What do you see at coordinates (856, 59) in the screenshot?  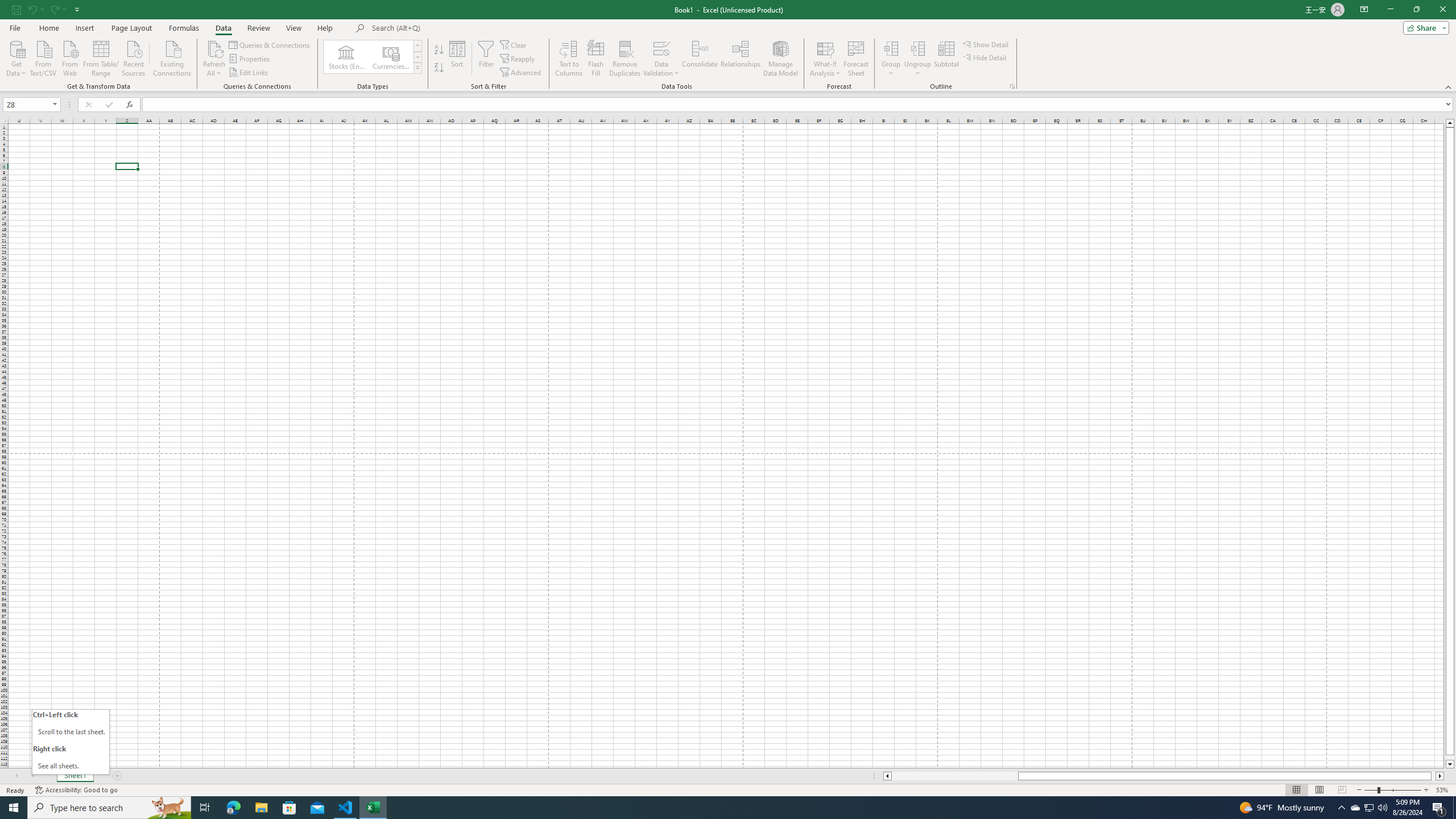 I see `'Forecast Sheet'` at bounding box center [856, 59].